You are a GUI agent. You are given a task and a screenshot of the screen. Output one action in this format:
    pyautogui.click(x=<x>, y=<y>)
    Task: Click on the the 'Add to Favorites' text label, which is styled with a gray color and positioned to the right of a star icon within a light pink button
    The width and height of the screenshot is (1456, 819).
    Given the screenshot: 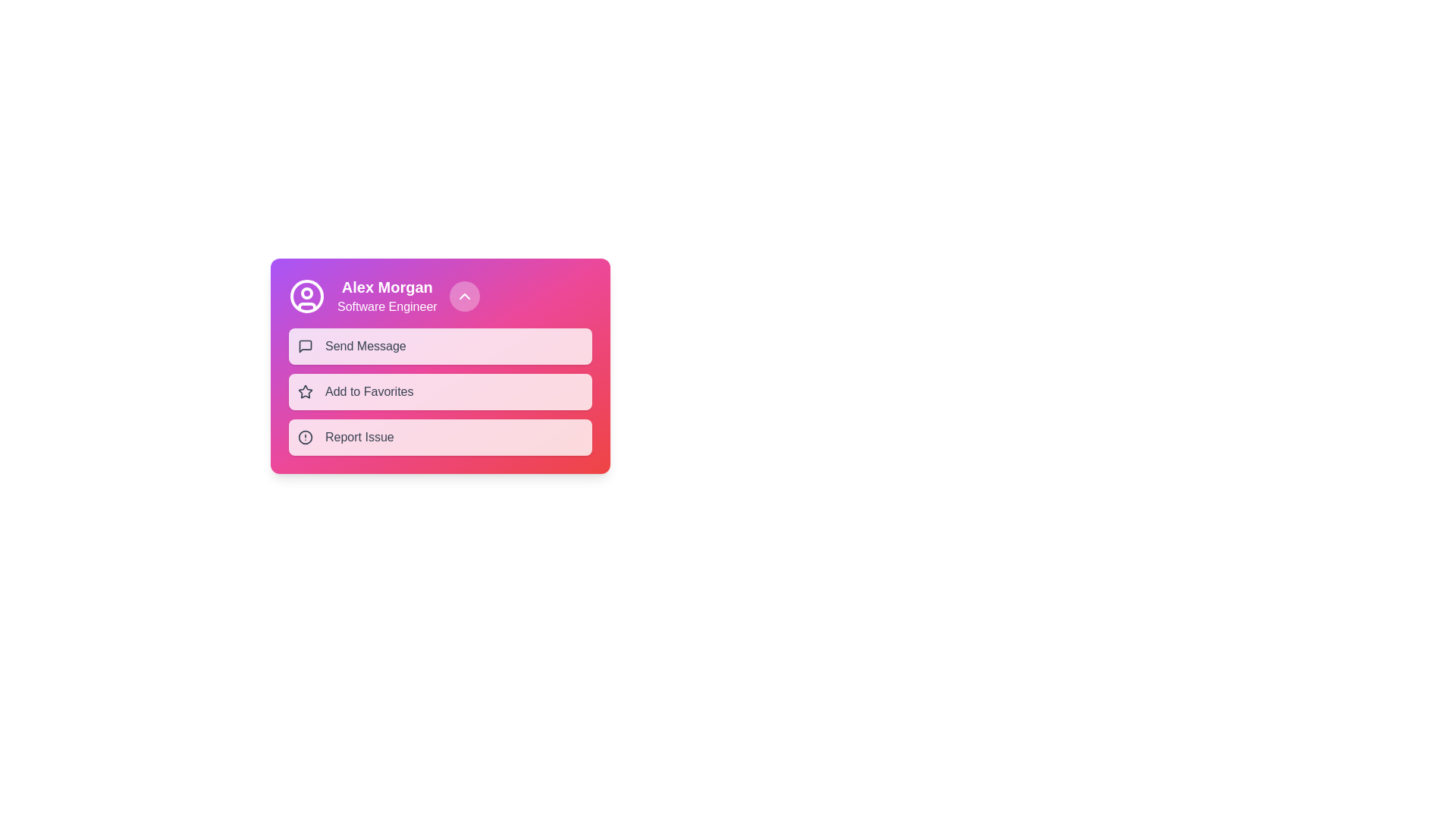 What is the action you would take?
    pyautogui.click(x=369, y=391)
    